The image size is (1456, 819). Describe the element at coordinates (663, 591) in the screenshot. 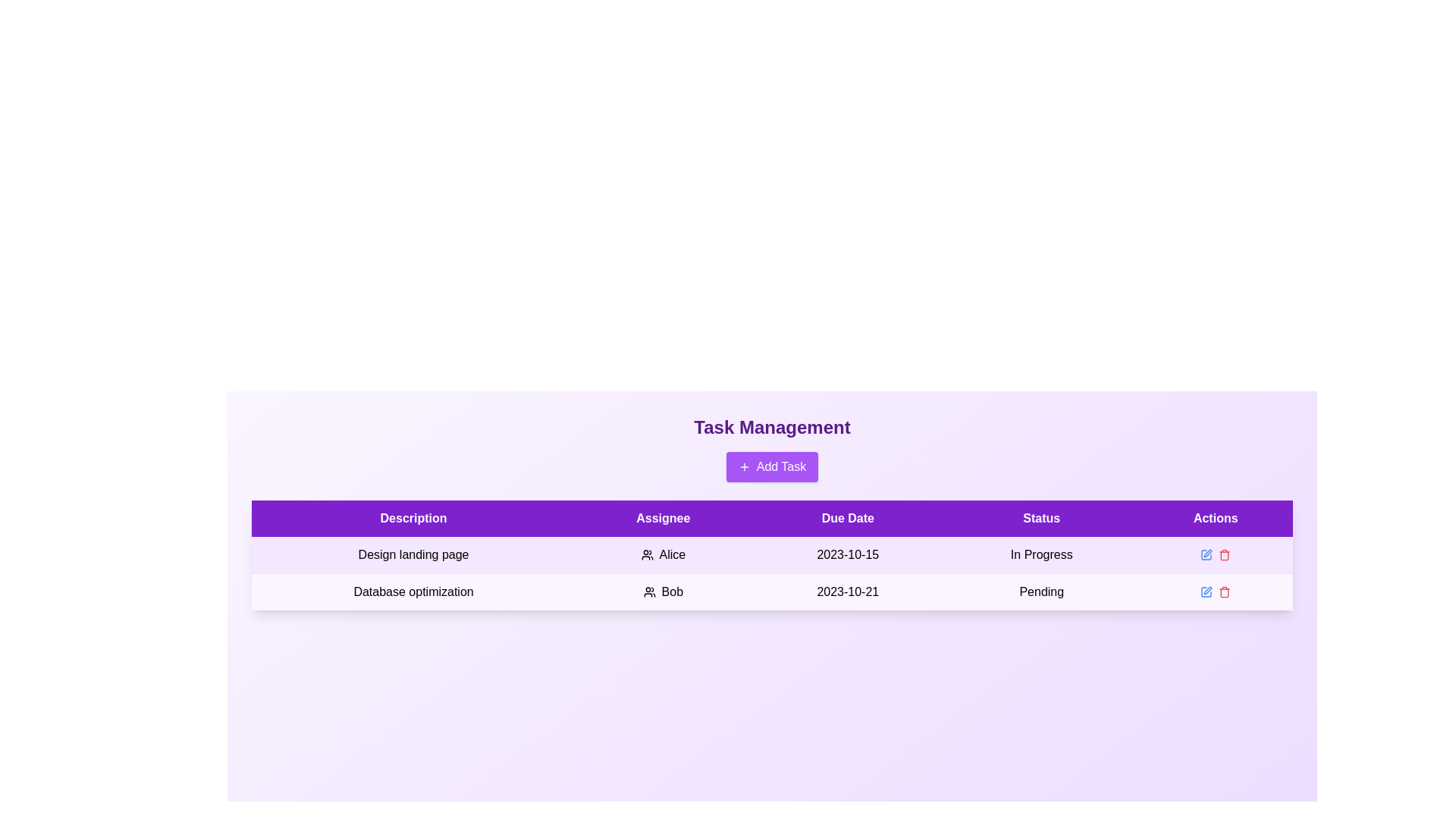

I see `the Tag label displaying 'Bob' with a group icon, located under the 'Assignee' column in the task table for 'Database optimization'` at that location.